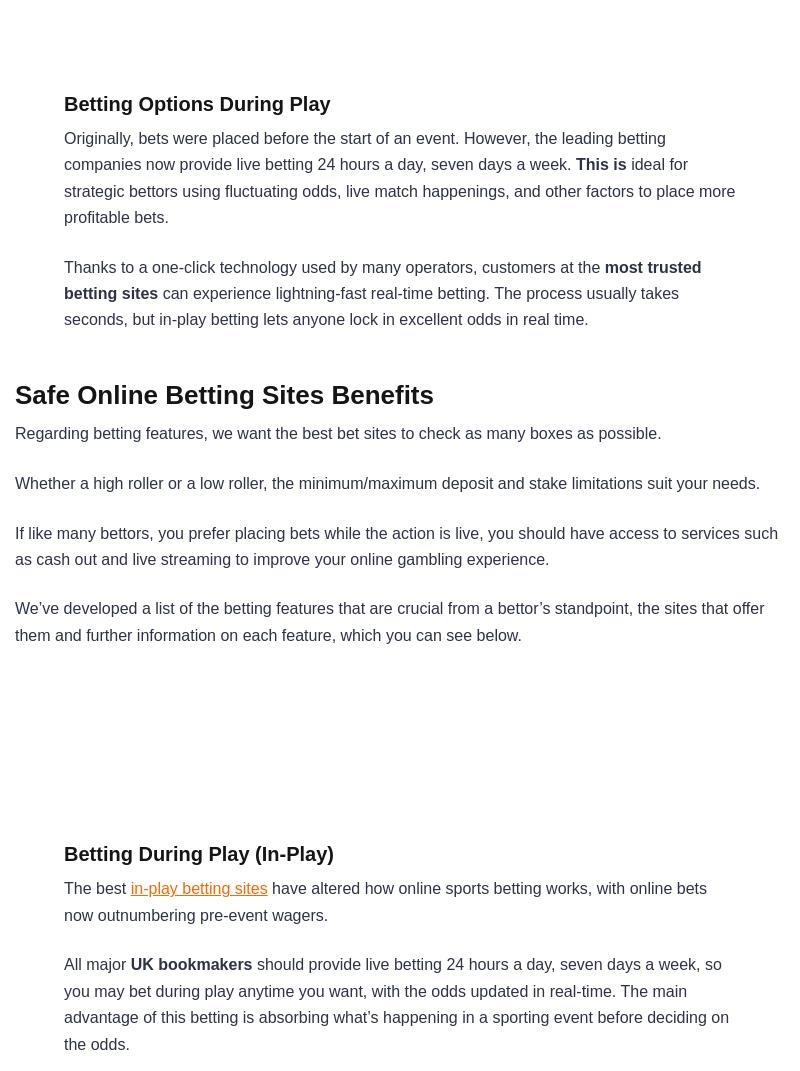 Image resolution: width=800 pixels, height=1071 pixels. Describe the element at coordinates (395, 545) in the screenshot. I see `'If like many bettors, you prefer placing bets while the action is live, you should have access to services such as cash out and live streaming to improve your online gambling experience.'` at that location.